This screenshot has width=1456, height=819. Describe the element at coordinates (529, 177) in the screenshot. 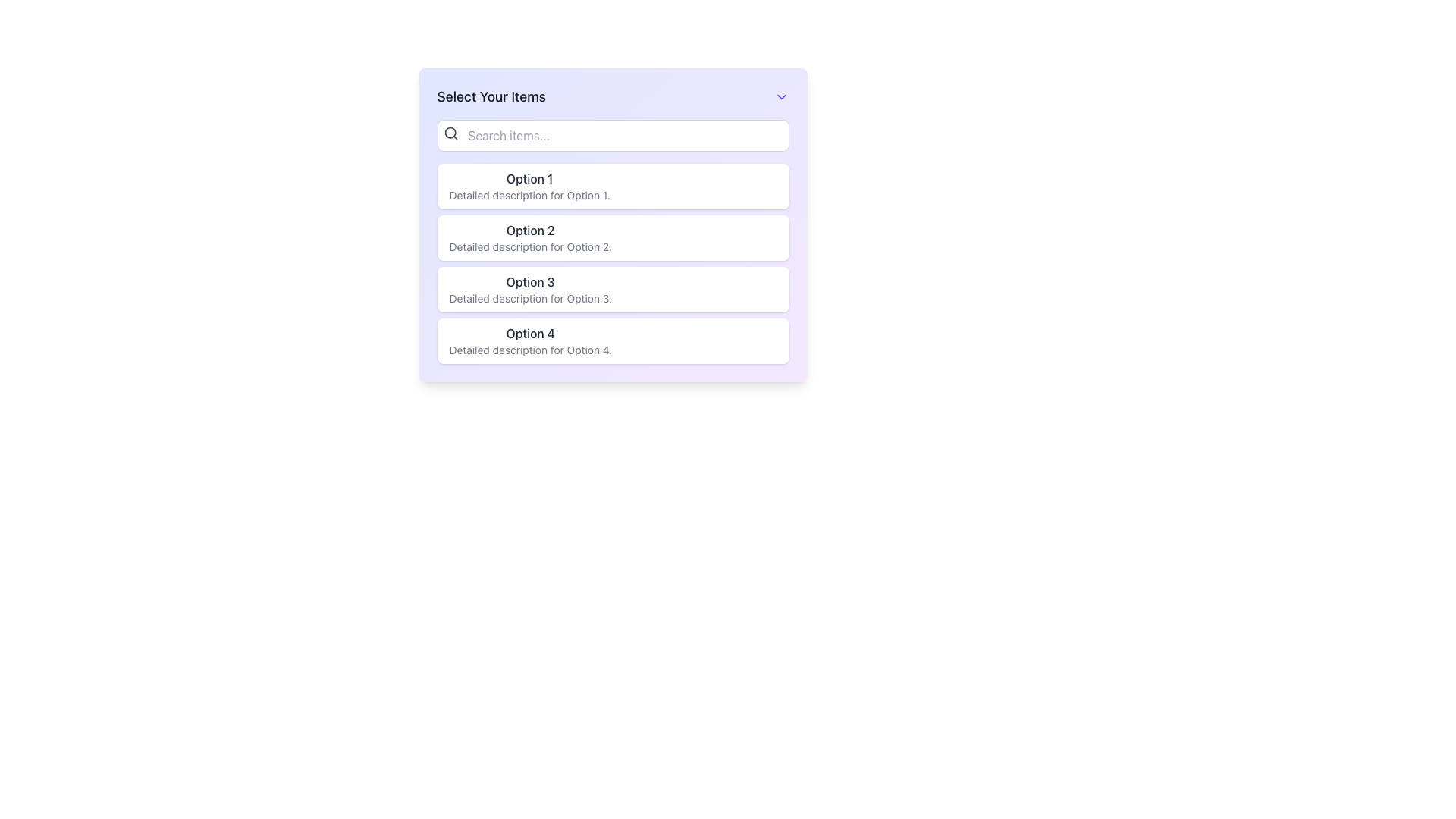

I see `the Text Label displaying 'Option 1' that is prominently styled in dark gray, located at the top of the list under the heading 'Select Your Items'` at that location.